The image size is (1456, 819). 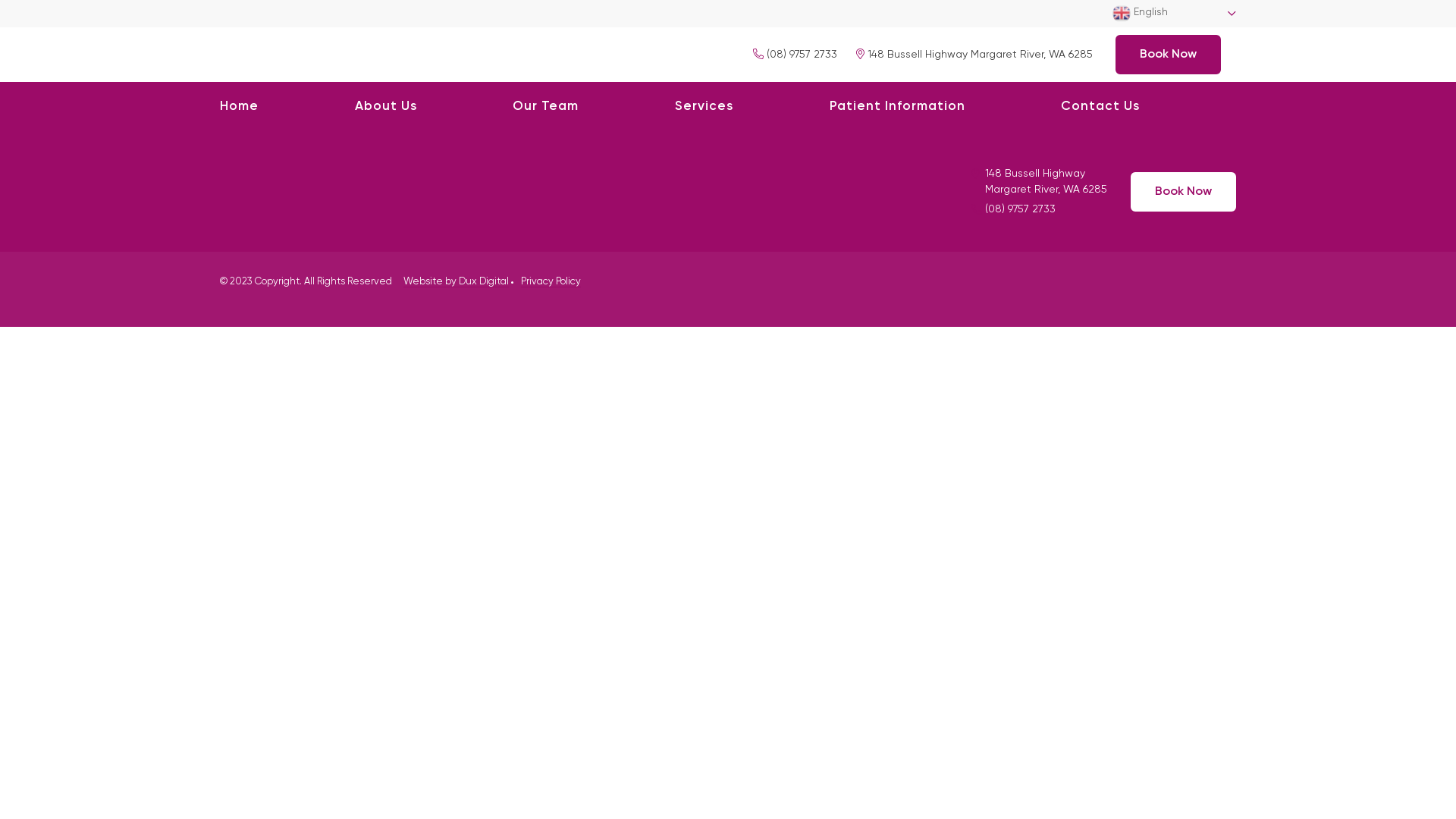 What do you see at coordinates (794, 52) in the screenshot?
I see `'(08) 9757 2733'` at bounding box center [794, 52].